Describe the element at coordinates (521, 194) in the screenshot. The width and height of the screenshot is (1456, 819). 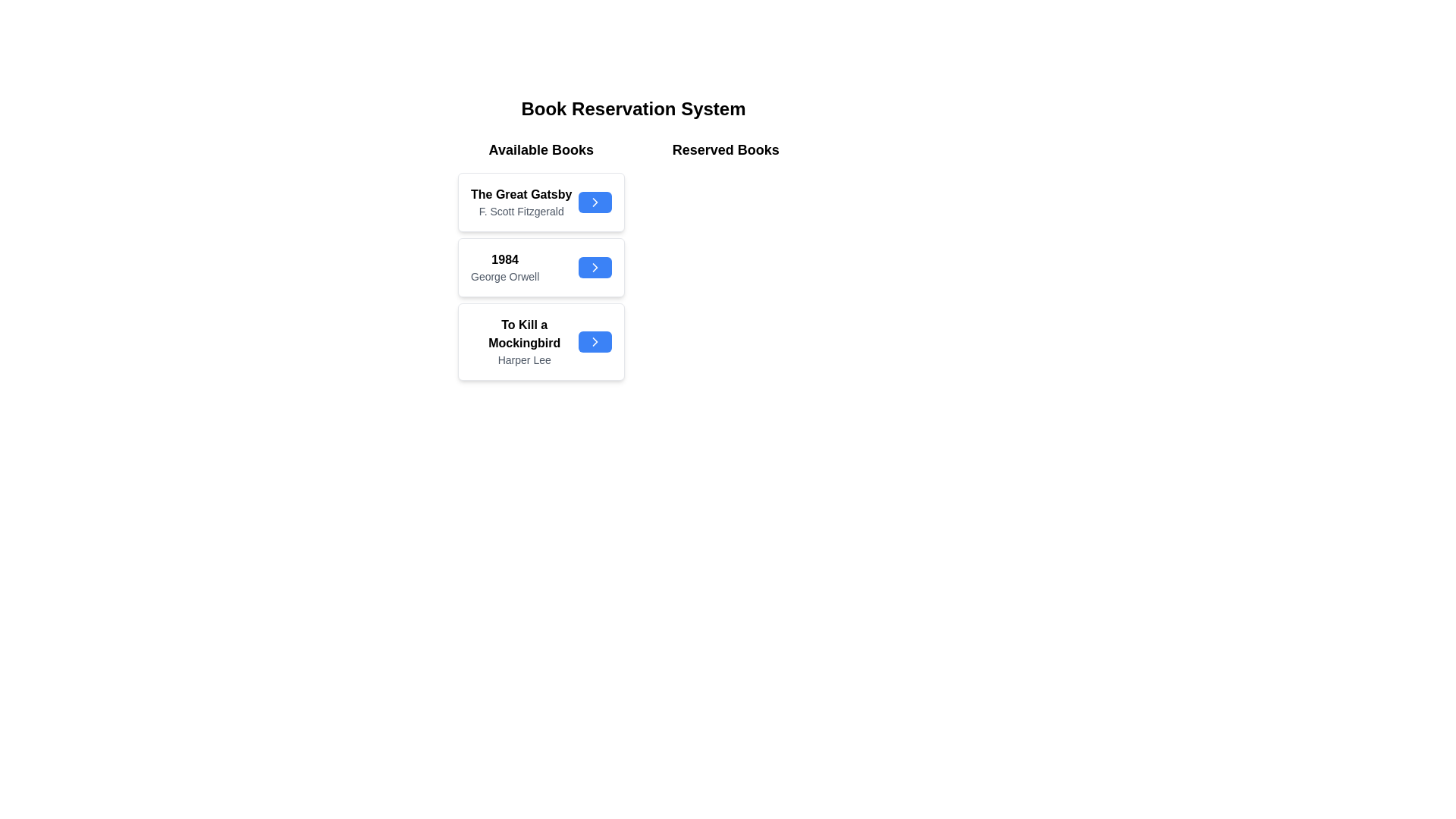
I see `the static text label that reads 'The Great Gatsby', which is a bold black text positioned at the top of a card in the 'Available Books' section` at that location.